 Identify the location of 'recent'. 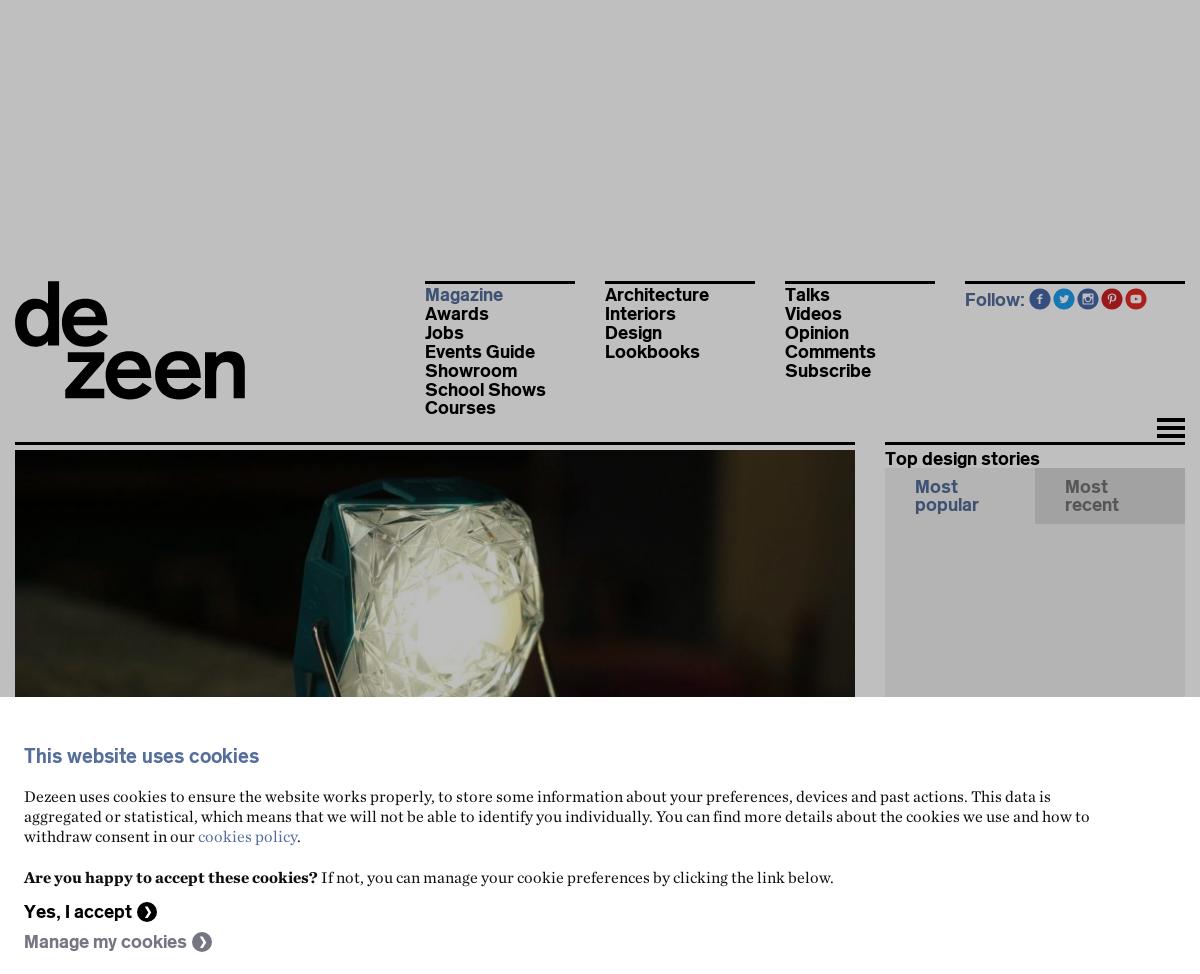
(1064, 505).